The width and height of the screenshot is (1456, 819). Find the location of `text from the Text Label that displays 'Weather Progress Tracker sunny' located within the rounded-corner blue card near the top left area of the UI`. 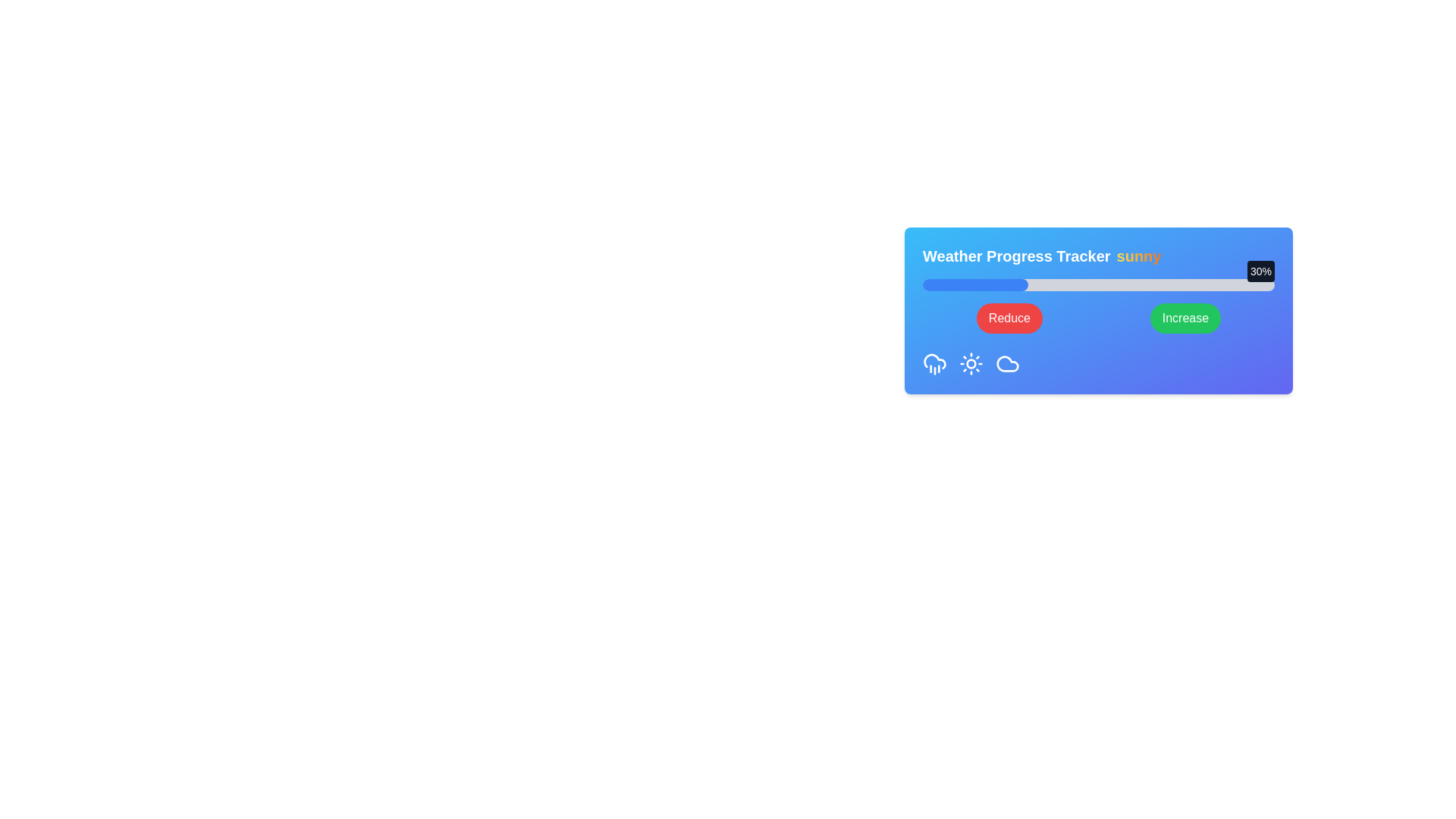

text from the Text Label that displays 'Weather Progress Tracker sunny' located within the rounded-corner blue card near the top left area of the UI is located at coordinates (1099, 256).